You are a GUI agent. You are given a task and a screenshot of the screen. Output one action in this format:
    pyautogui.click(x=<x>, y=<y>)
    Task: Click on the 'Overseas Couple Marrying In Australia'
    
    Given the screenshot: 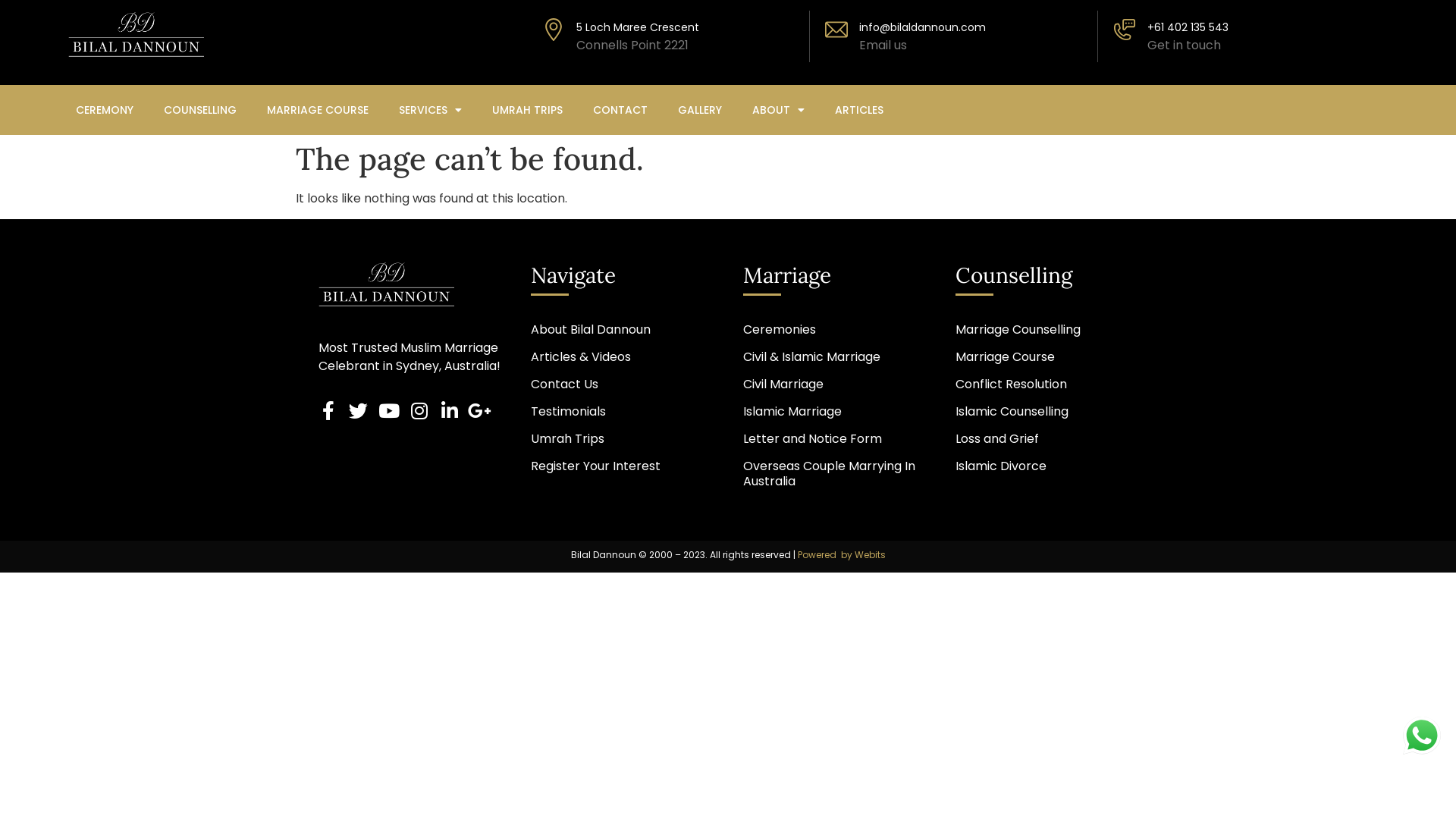 What is the action you would take?
    pyautogui.click(x=742, y=472)
    